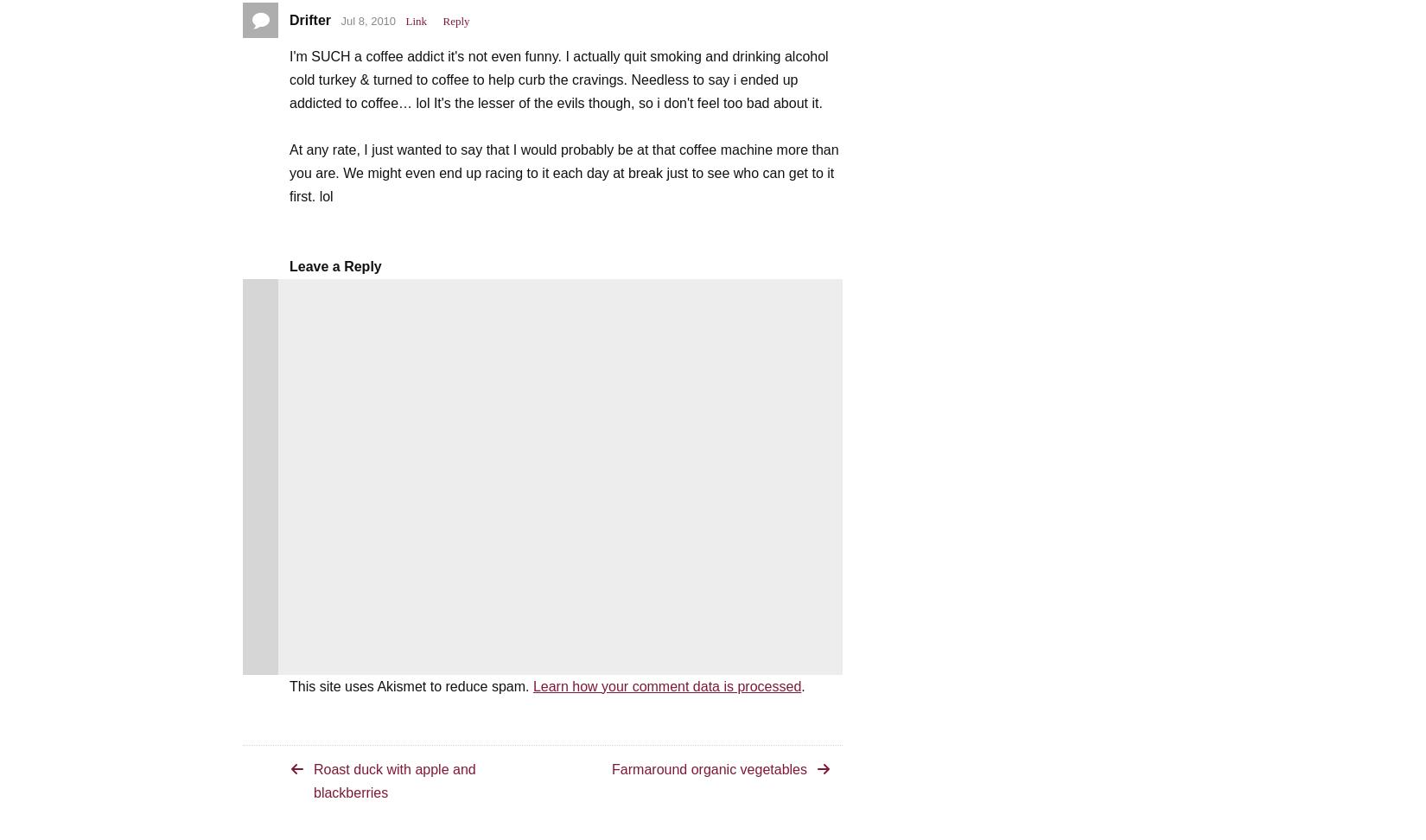 Image resolution: width=1426 pixels, height=840 pixels. What do you see at coordinates (289, 78) in the screenshot?
I see `'I'm SUCH a coffee addict it's not even funny. I actually quit smoking and drinking alcohol cold turkey & turned to coffee to help curb the cravings. Needless to say i ended up addicted to coffee… lol It's the lesser of the evils though, so i don't feel too bad about it.'` at bounding box center [289, 78].